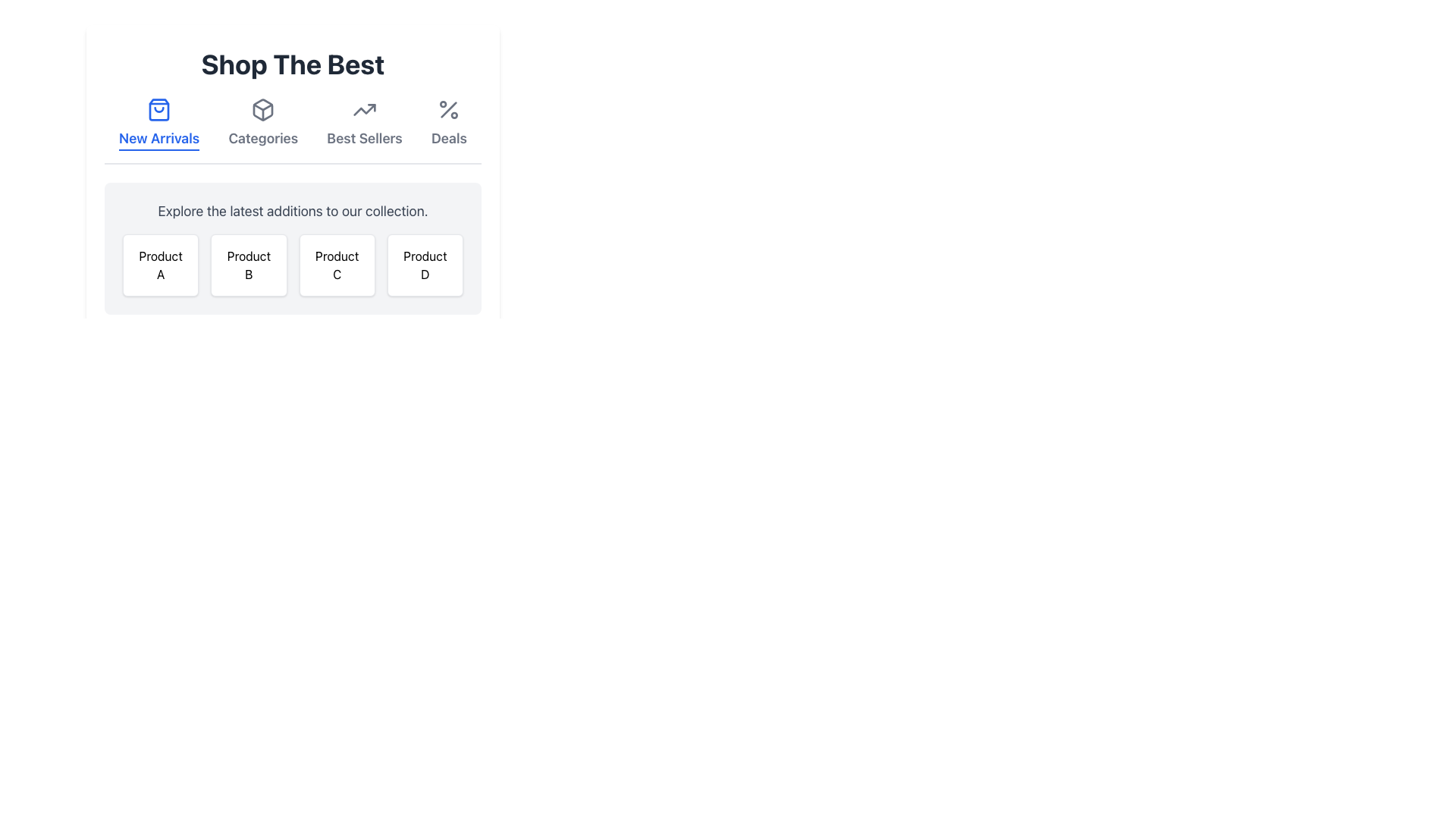  Describe the element at coordinates (249, 265) in the screenshot. I see `the informational text label displaying 'Product B', located in the second box of a row of four under the heading 'Explore the latest additions to our collection'` at that location.